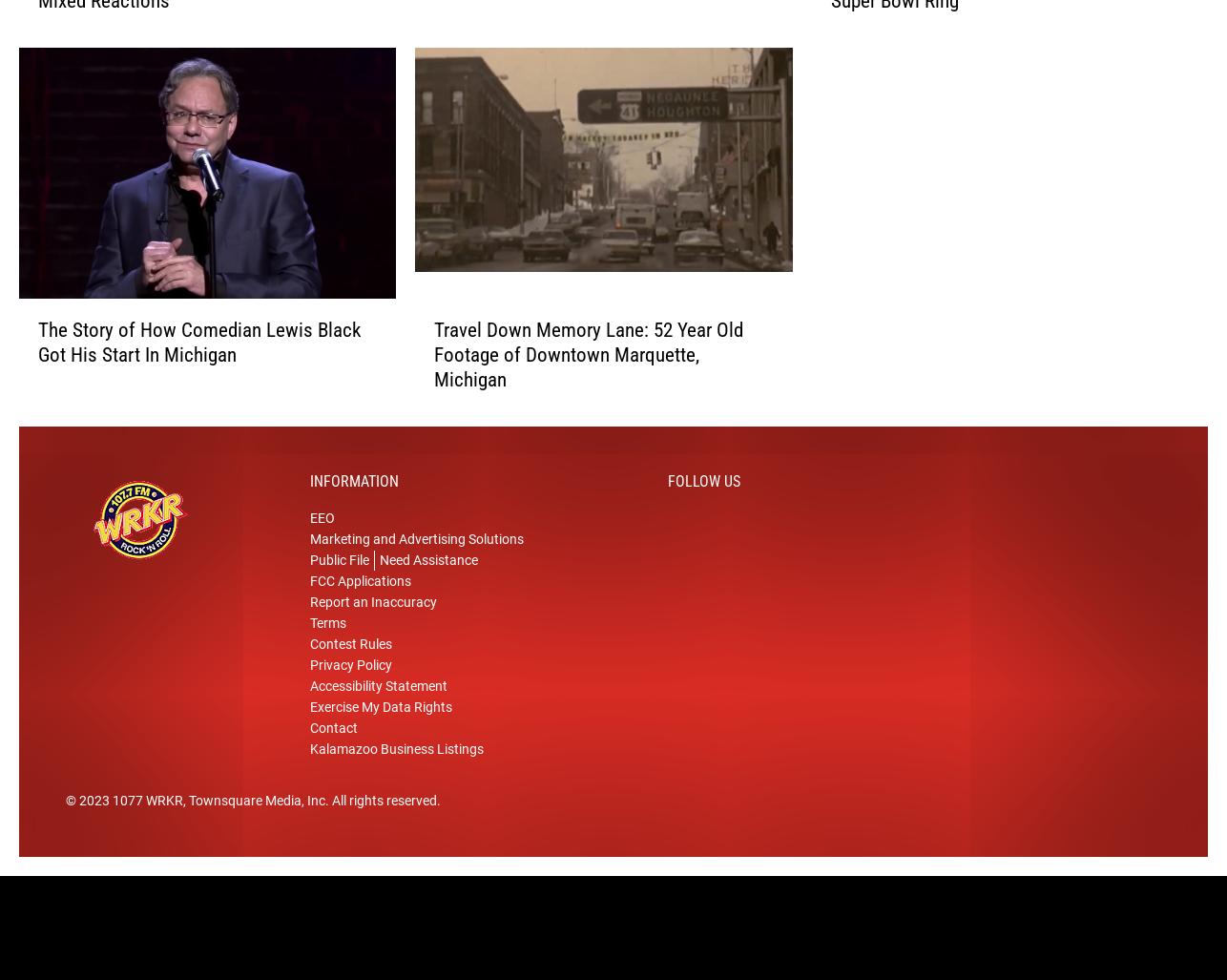  I want to click on 'Contest Rules', so click(350, 665).